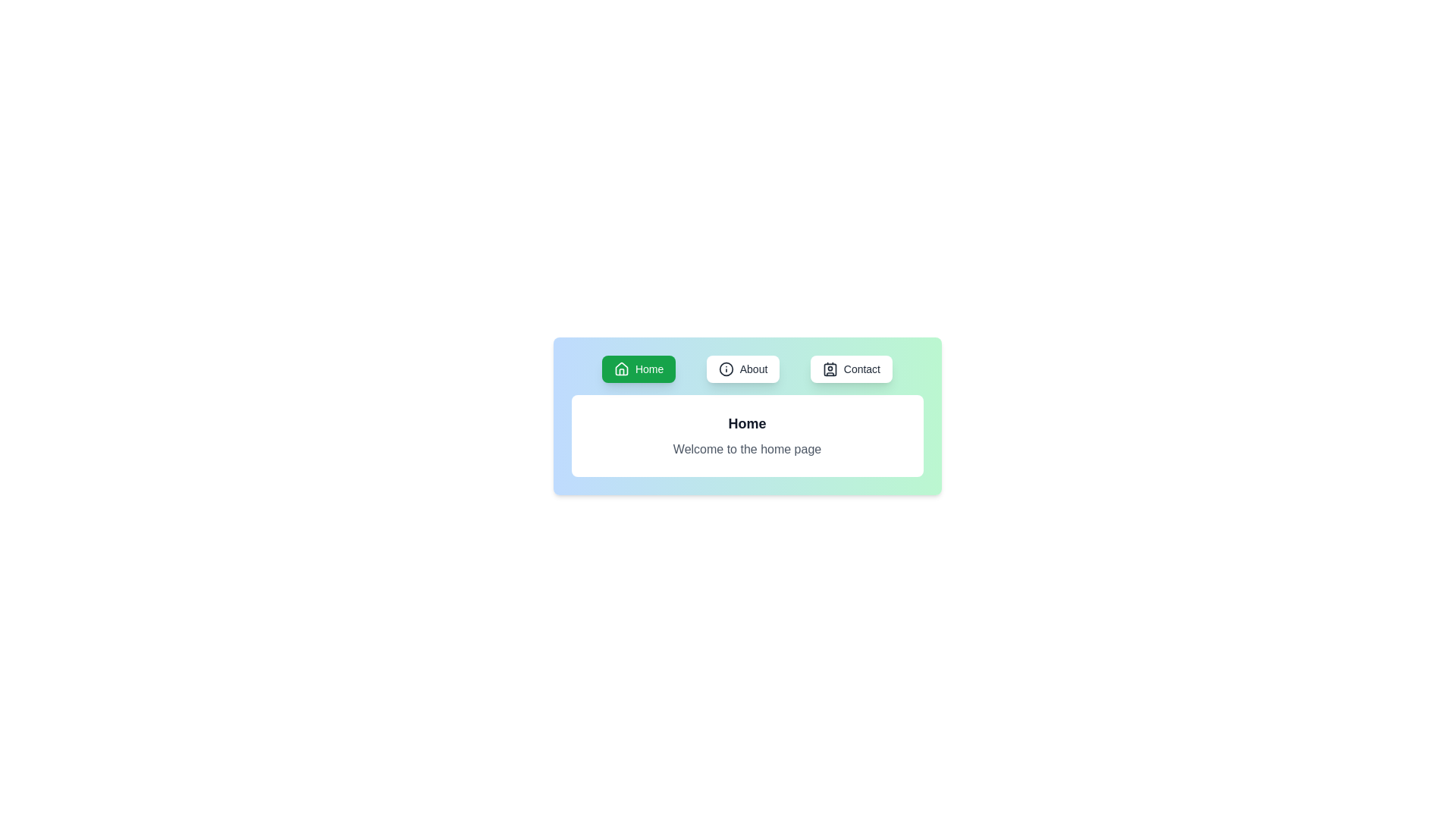  I want to click on the button labeled Contact to observe its visual styling change, so click(851, 369).